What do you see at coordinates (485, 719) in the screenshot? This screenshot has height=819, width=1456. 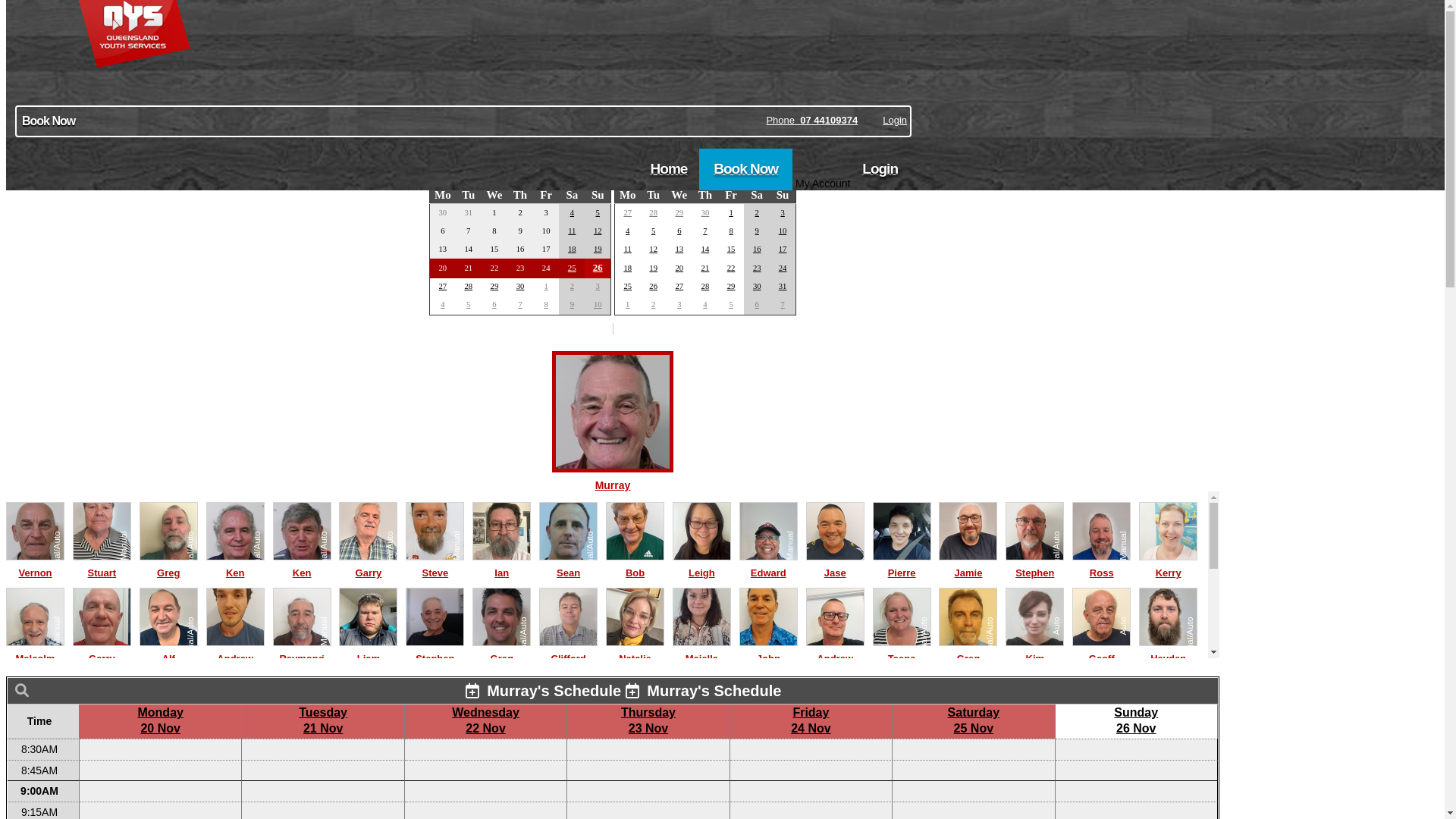 I see `'Wednesday` at bounding box center [485, 719].